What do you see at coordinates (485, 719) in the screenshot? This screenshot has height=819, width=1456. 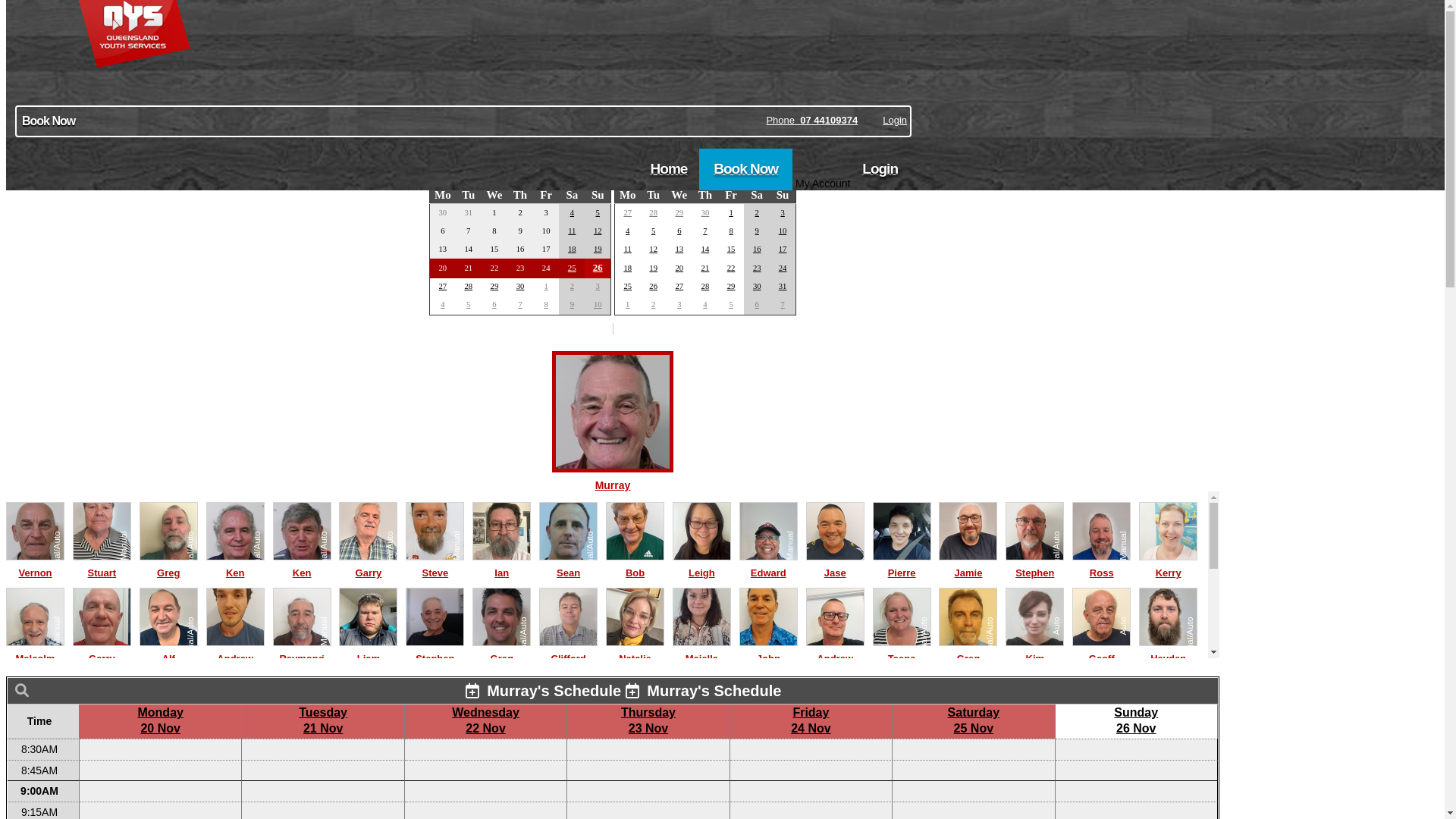 I see `'Wednesday` at bounding box center [485, 719].